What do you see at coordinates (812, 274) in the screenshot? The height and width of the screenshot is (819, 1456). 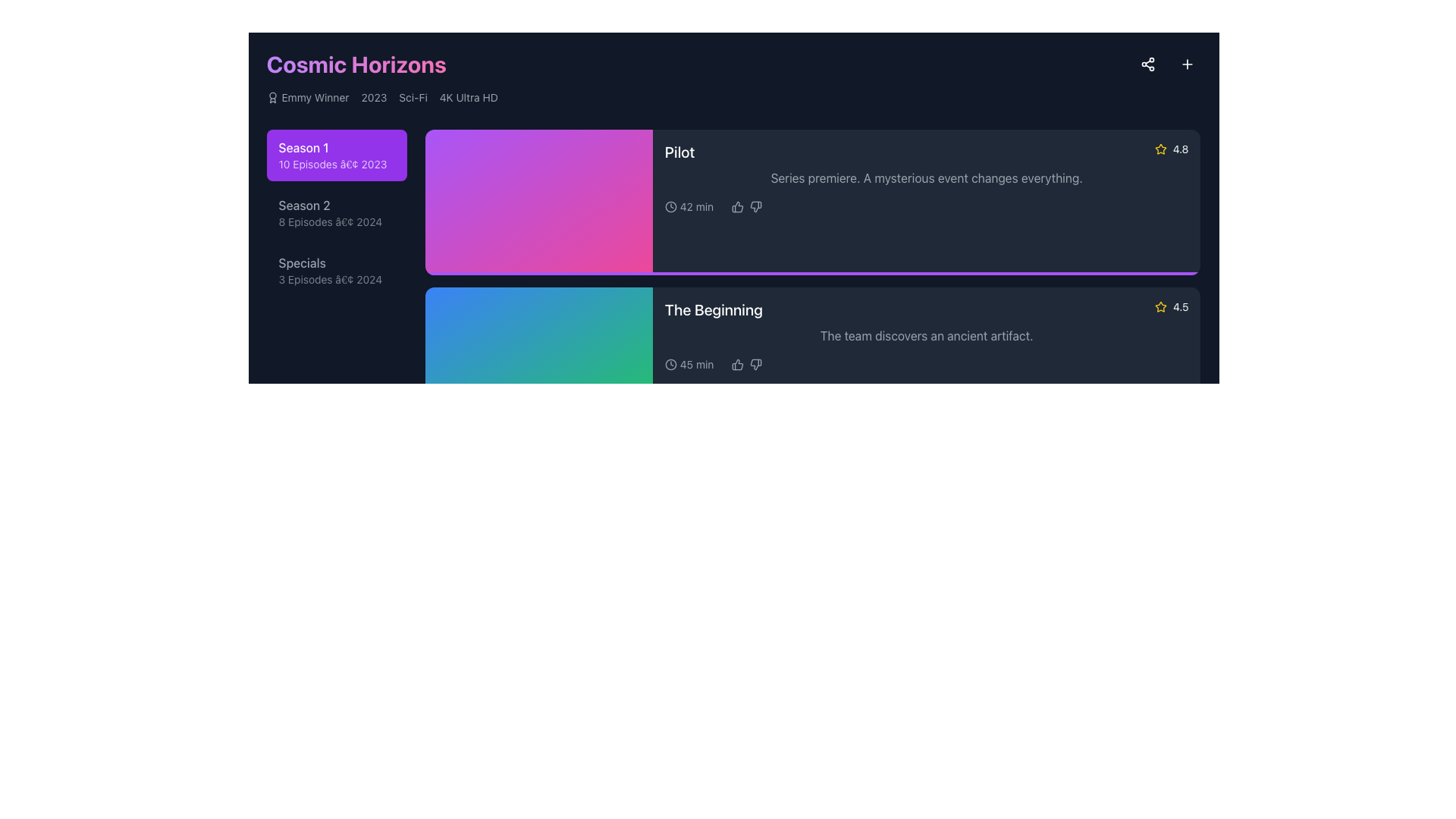 I see `the progress bar located at the bottom of the 'Pilot' card, which displays the completion status or progression` at bounding box center [812, 274].